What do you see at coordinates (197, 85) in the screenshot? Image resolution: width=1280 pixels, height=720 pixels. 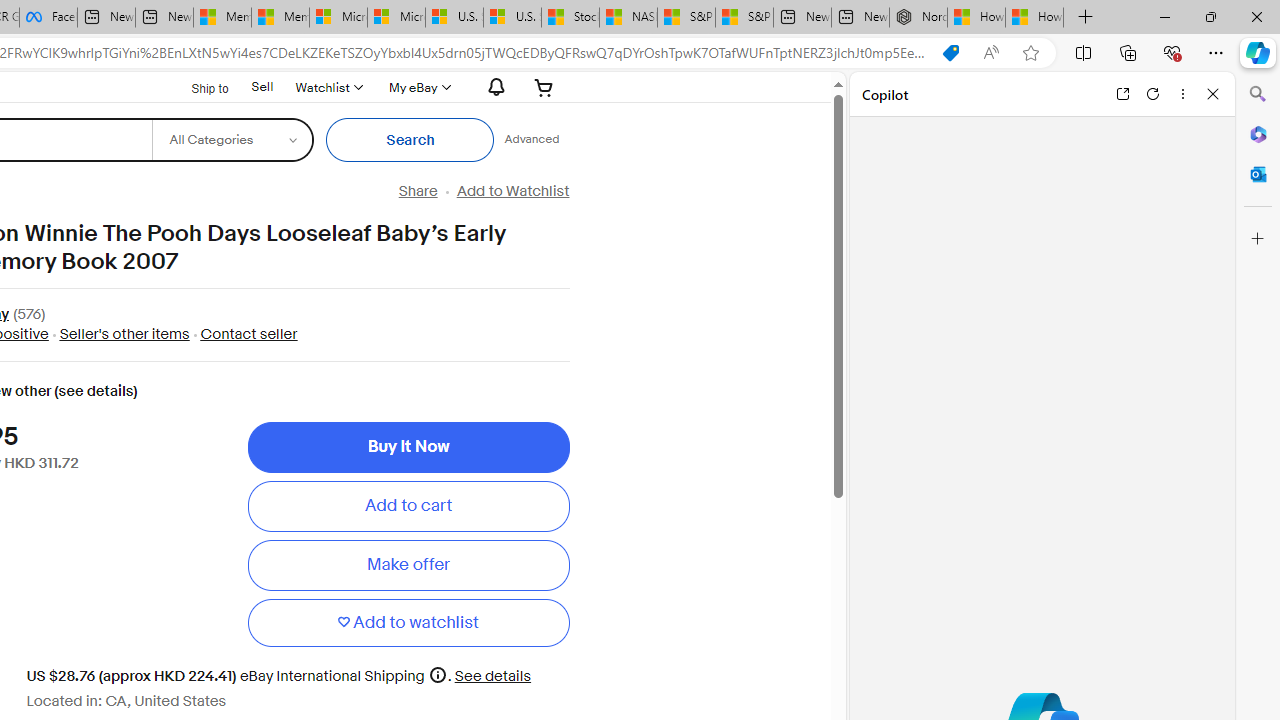 I see `'Ship to'` at bounding box center [197, 85].